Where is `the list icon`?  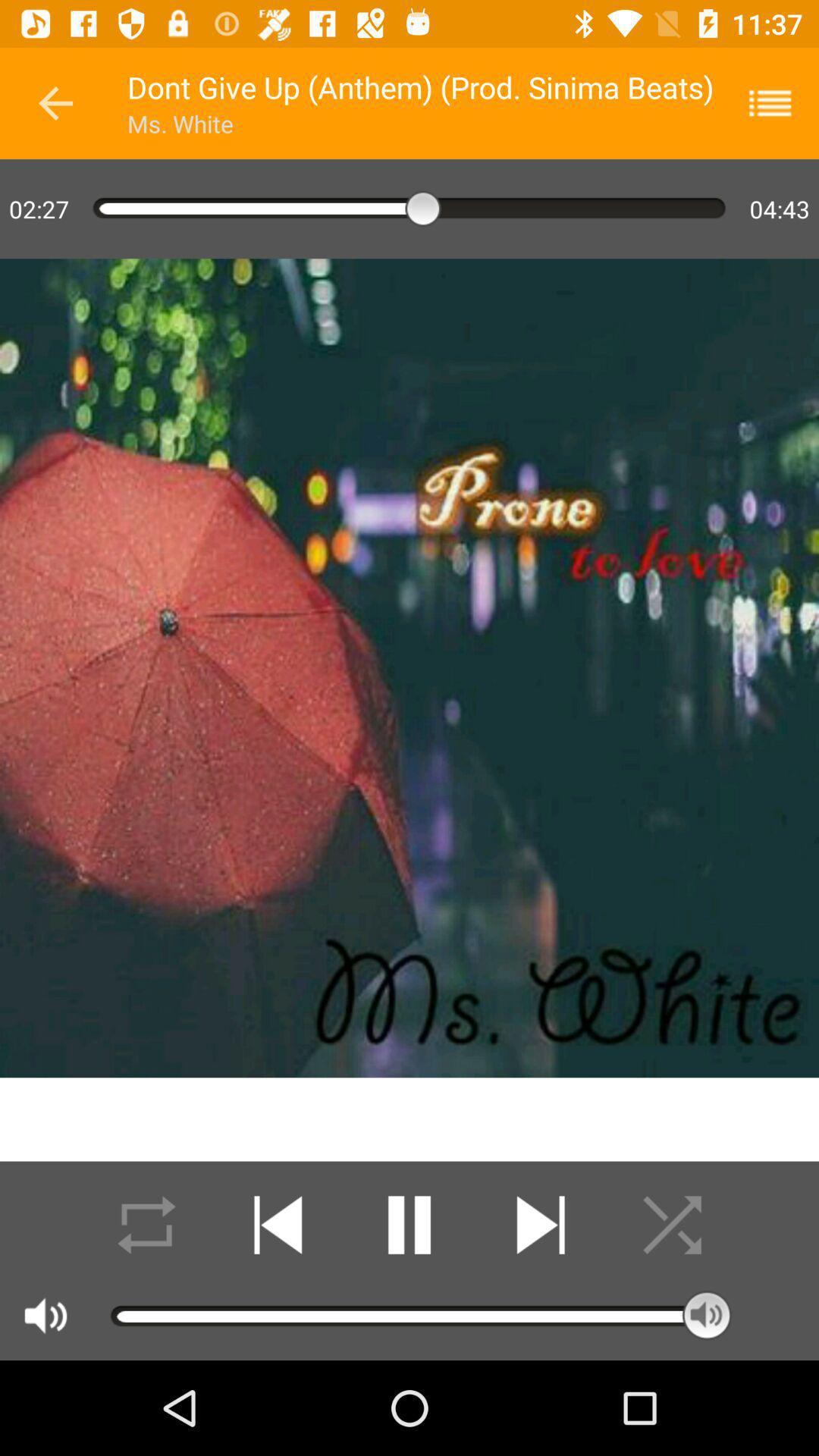 the list icon is located at coordinates (780, 102).